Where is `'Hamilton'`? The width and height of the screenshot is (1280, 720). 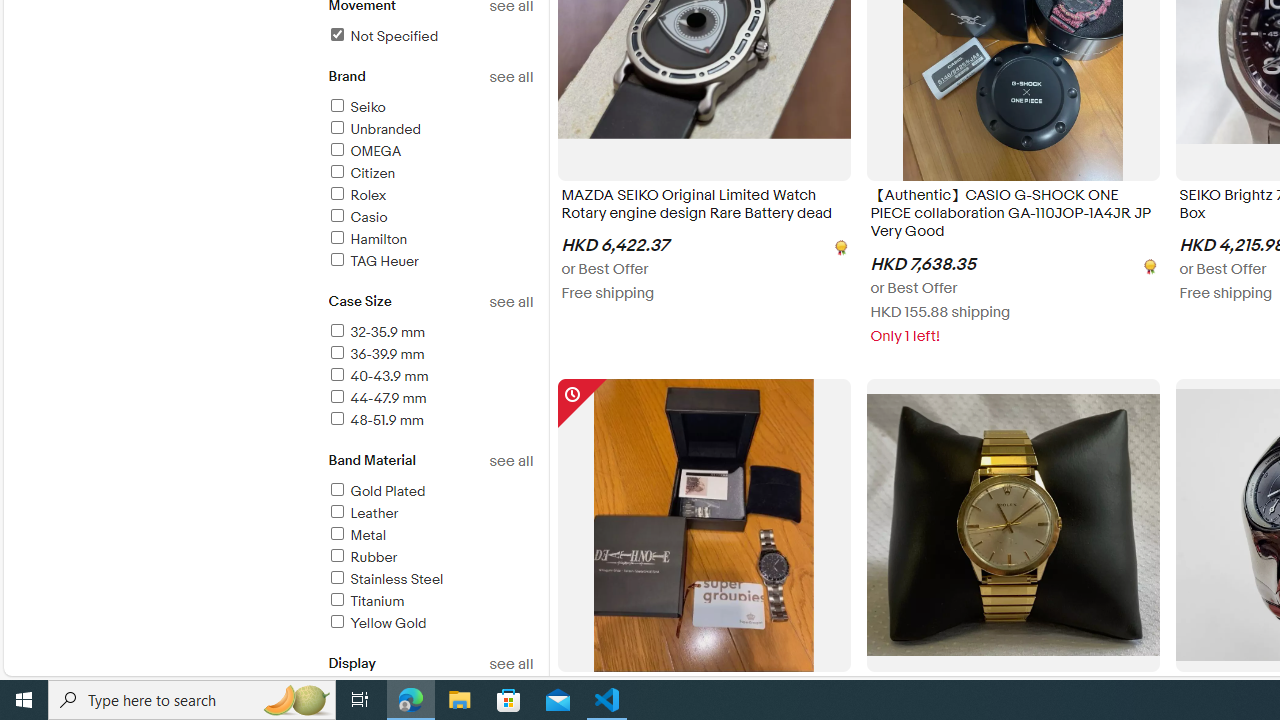
'Hamilton' is located at coordinates (367, 238).